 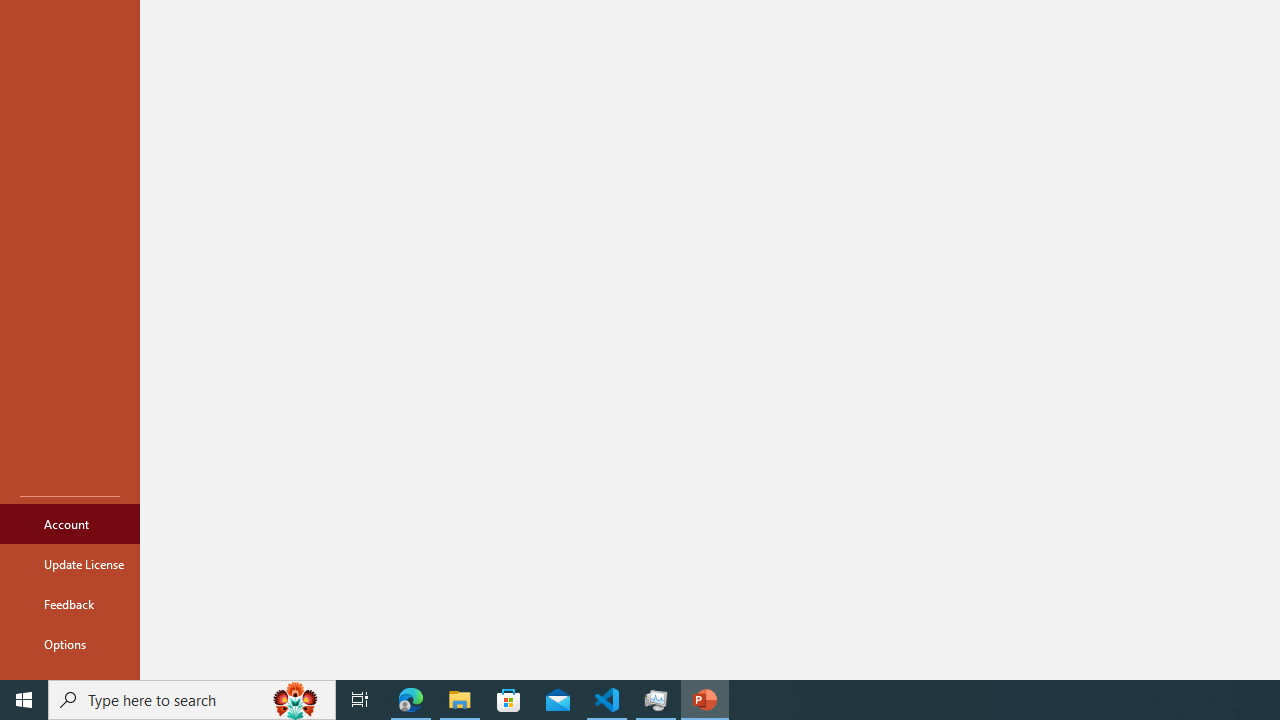 What do you see at coordinates (294, 698) in the screenshot?
I see `'Search highlights icon opens search home window'` at bounding box center [294, 698].